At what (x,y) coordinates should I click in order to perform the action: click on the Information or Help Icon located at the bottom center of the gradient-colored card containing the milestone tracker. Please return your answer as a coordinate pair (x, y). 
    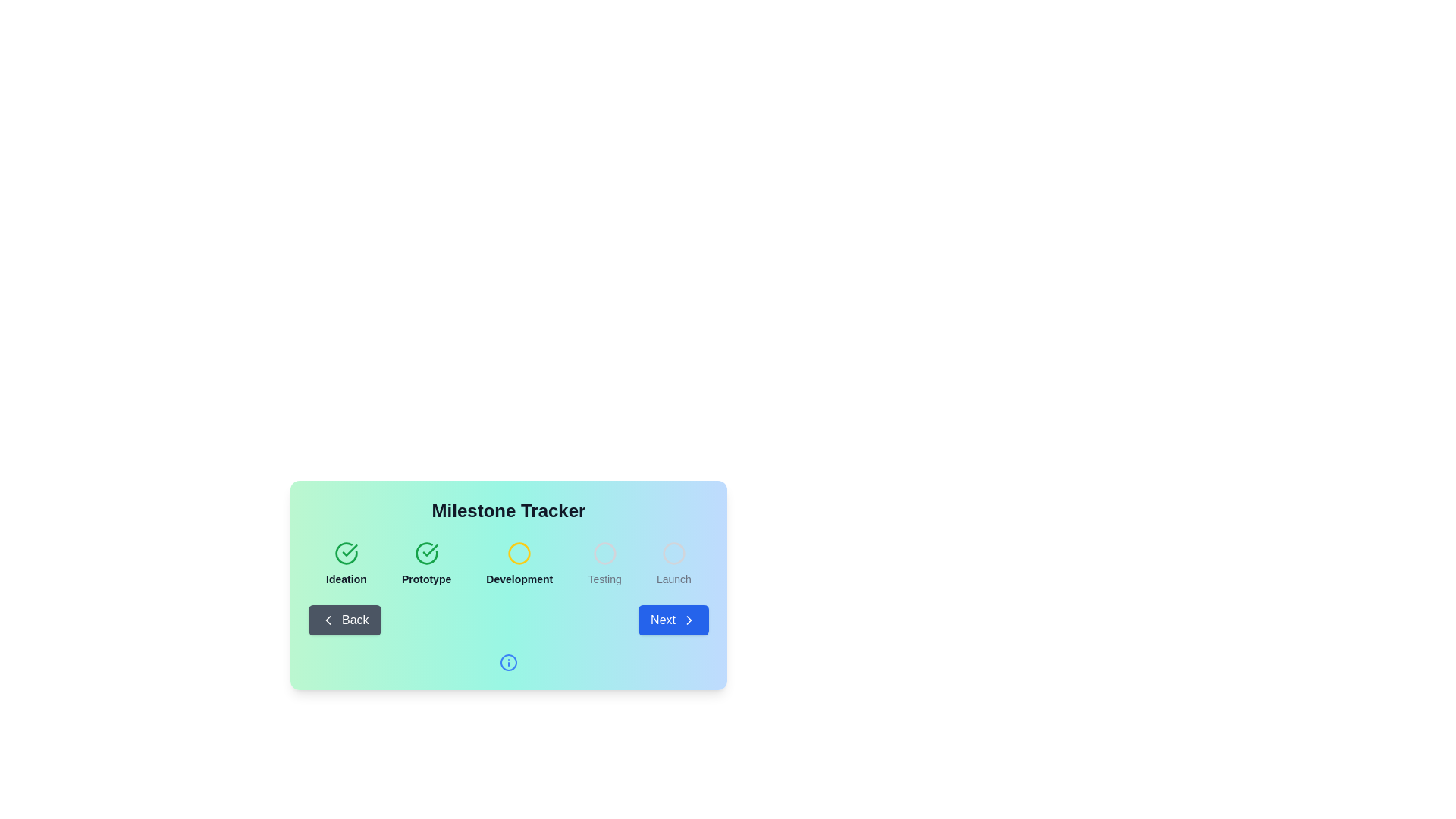
    Looking at the image, I should click on (509, 662).